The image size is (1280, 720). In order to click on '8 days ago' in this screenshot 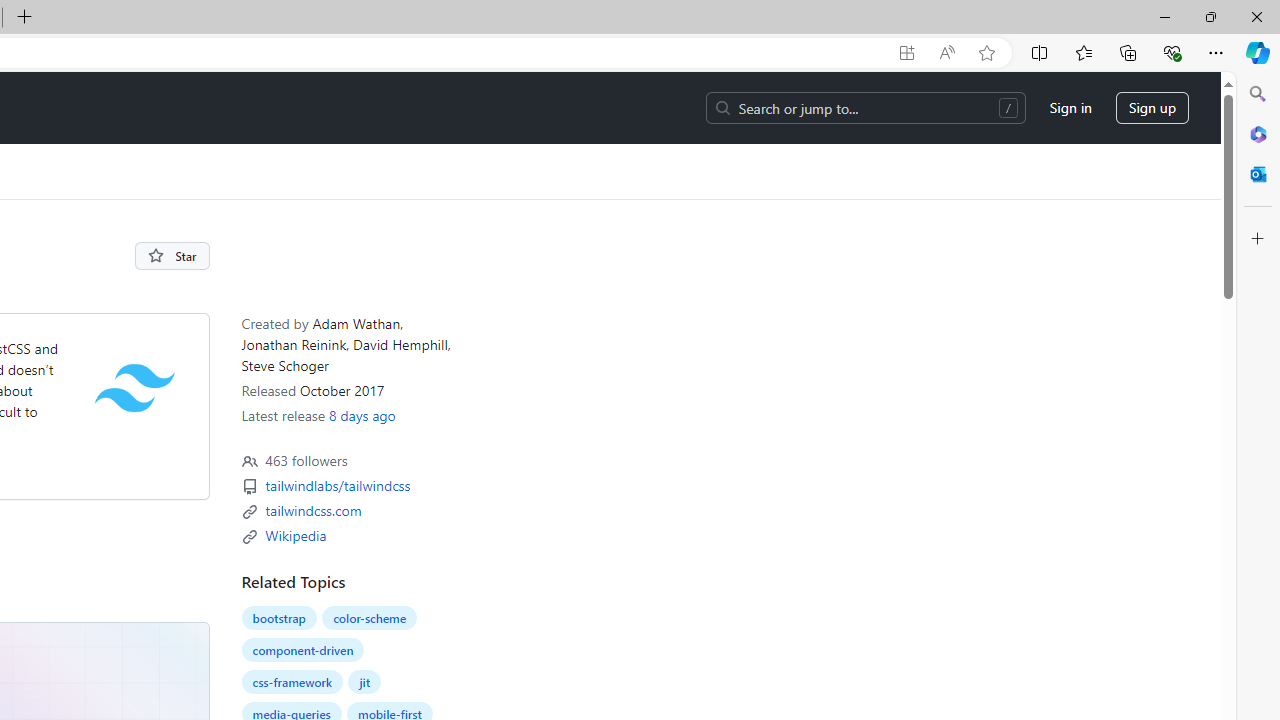, I will do `click(361, 414)`.